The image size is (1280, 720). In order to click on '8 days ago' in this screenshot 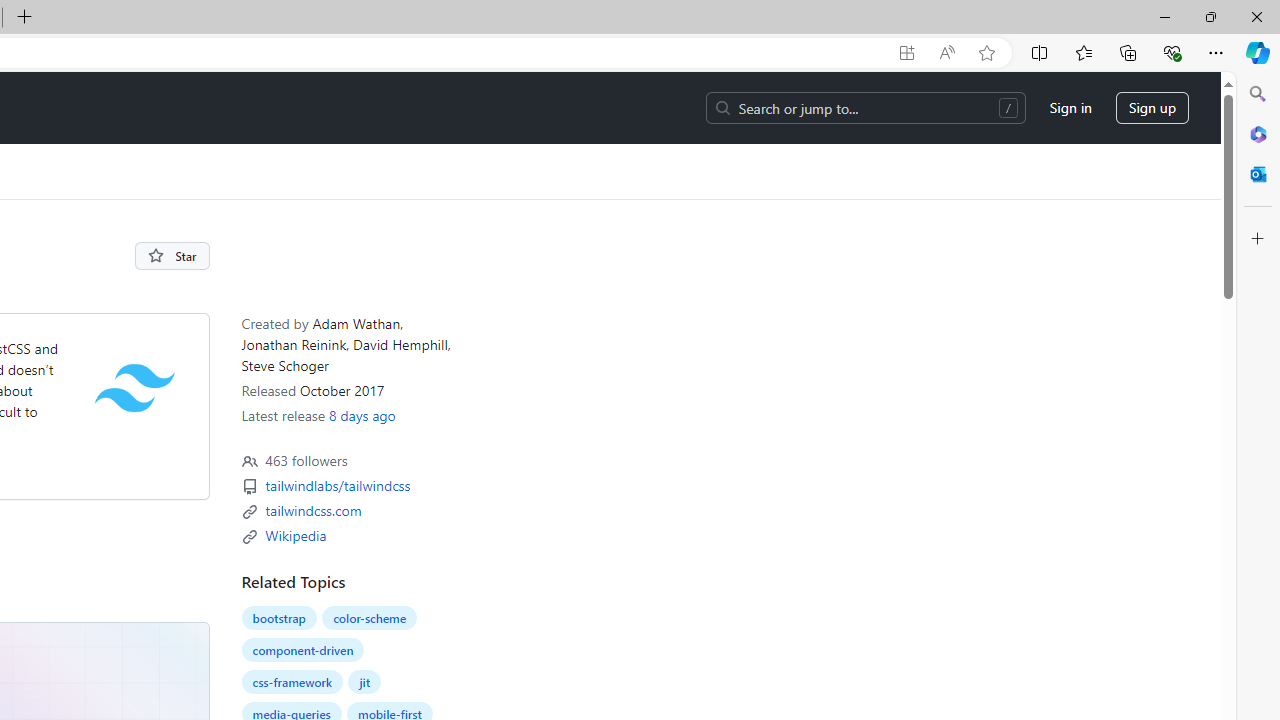, I will do `click(361, 414)`.